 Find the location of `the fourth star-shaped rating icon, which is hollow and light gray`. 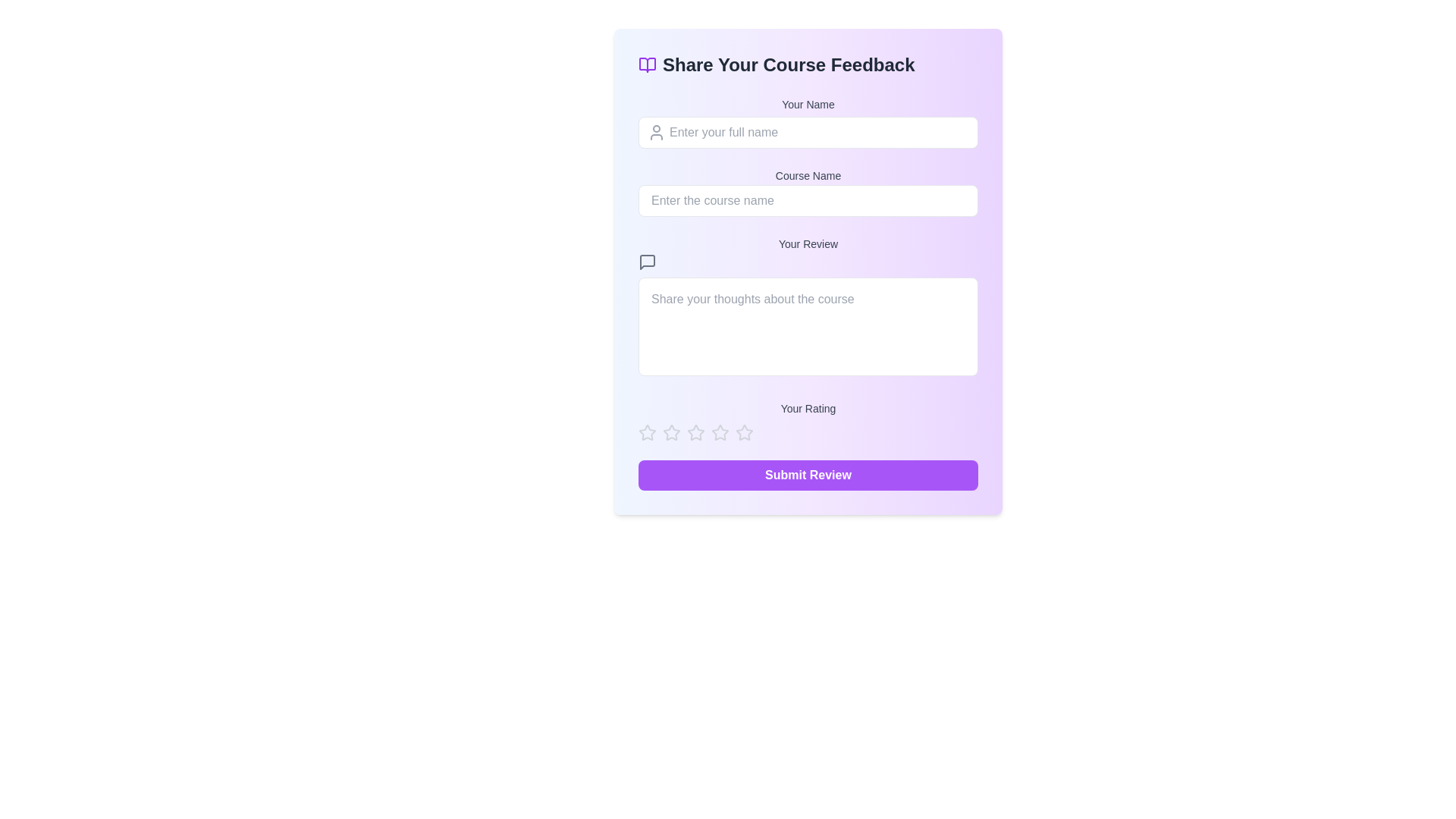

the fourth star-shaped rating icon, which is hollow and light gray is located at coordinates (745, 432).